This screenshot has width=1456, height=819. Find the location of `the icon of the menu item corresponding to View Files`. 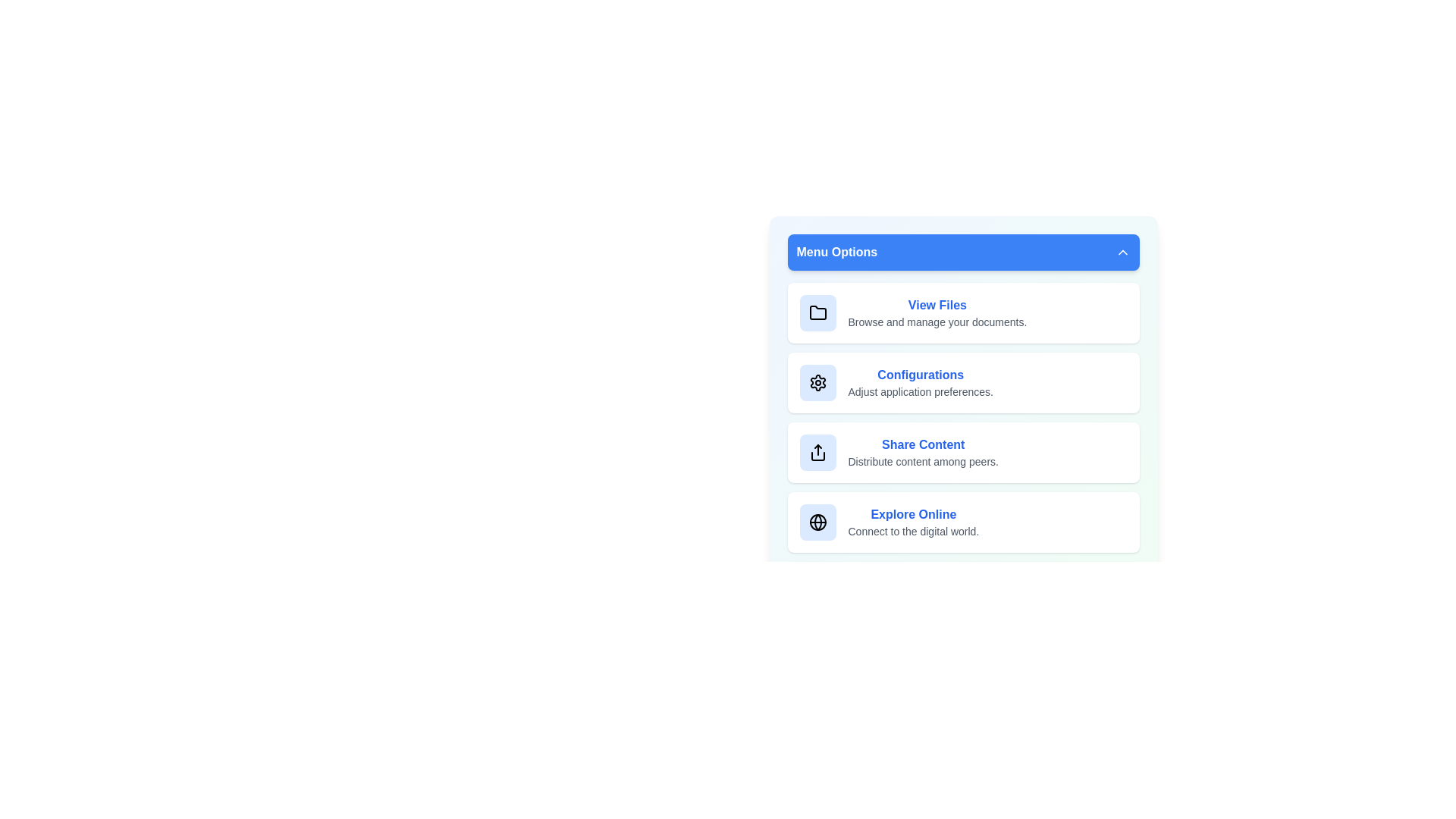

the icon of the menu item corresponding to View Files is located at coordinates (817, 312).